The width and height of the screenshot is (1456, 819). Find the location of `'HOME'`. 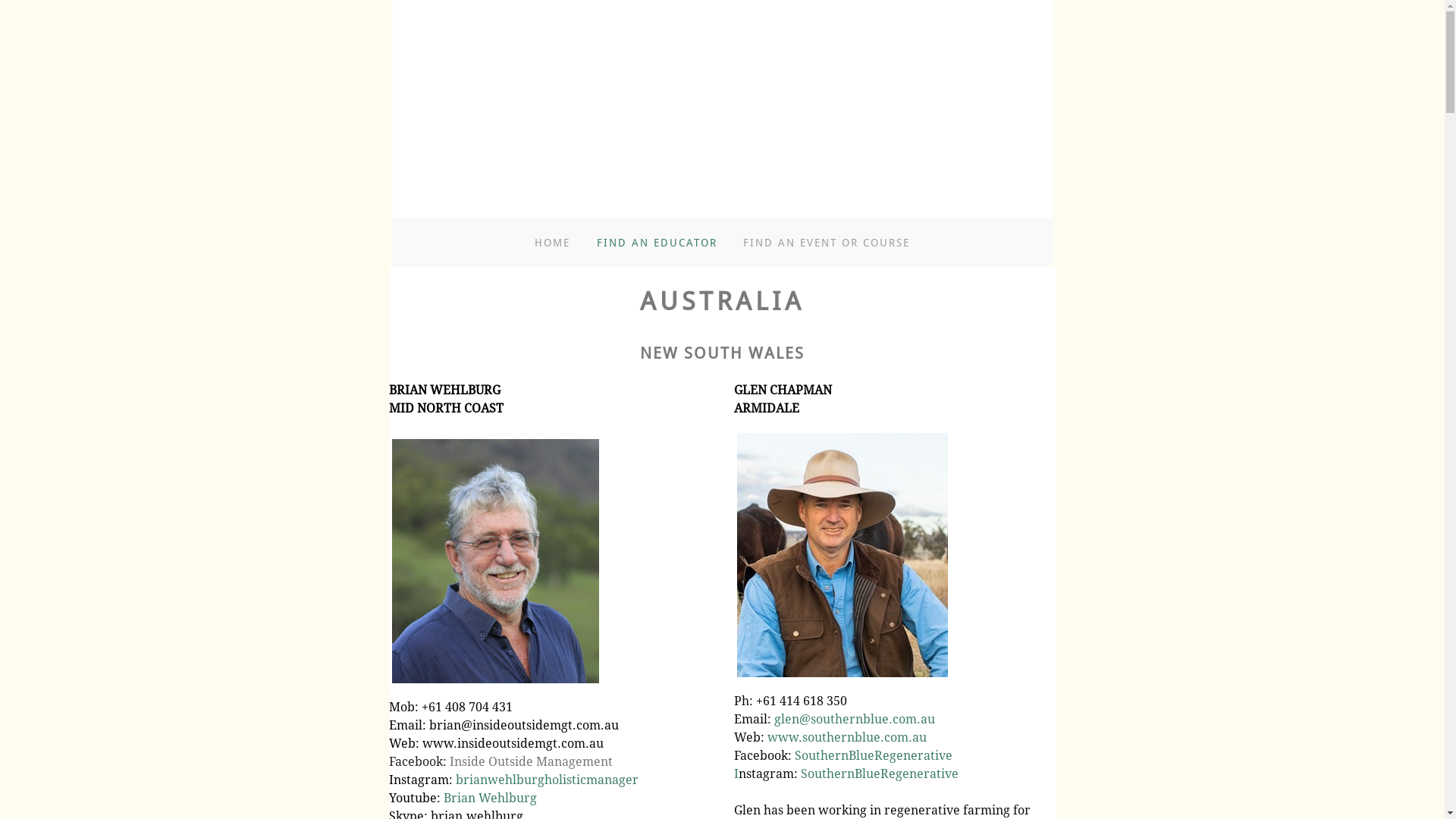

'HOME' is located at coordinates (535, 242).